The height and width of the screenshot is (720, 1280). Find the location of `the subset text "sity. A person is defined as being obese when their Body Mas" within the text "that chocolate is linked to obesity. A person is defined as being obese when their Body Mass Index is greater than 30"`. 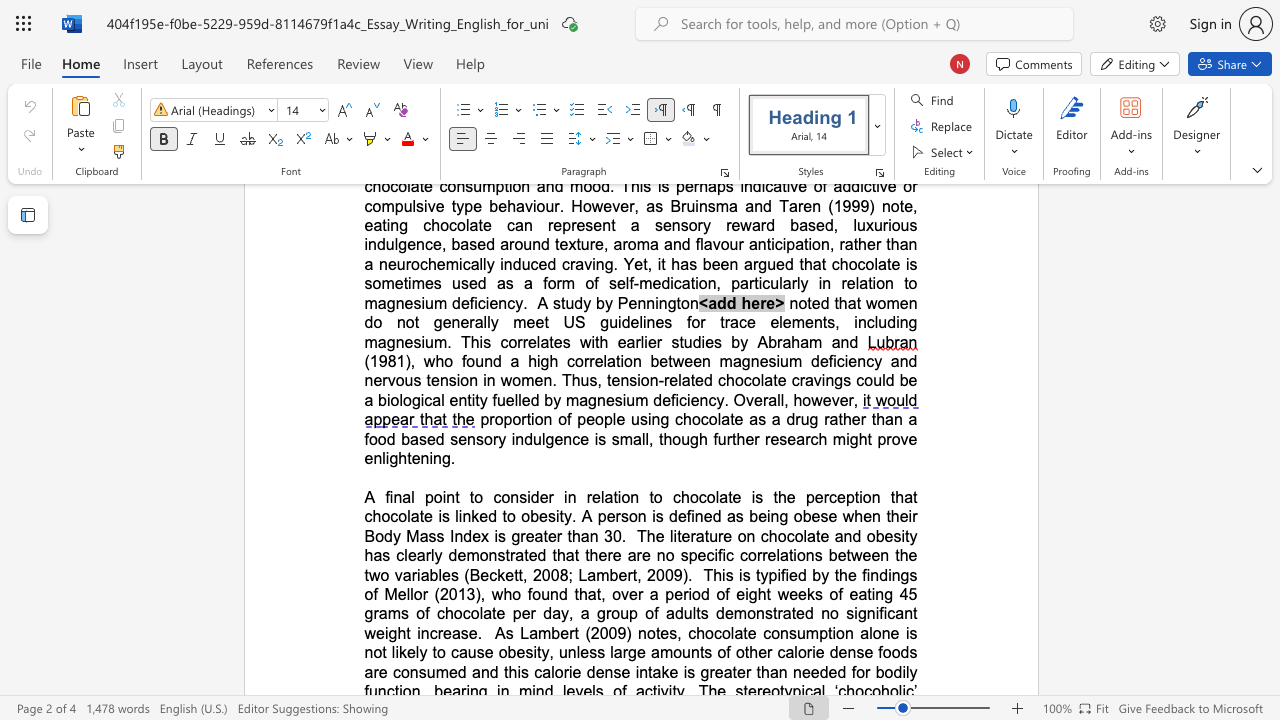

the subset text "sity. A person is defined as being obese when their Body Mas" within the text "that chocolate is linked to obesity. A person is defined as being obese when their Body Mass Index is greater than 30" is located at coordinates (547, 515).